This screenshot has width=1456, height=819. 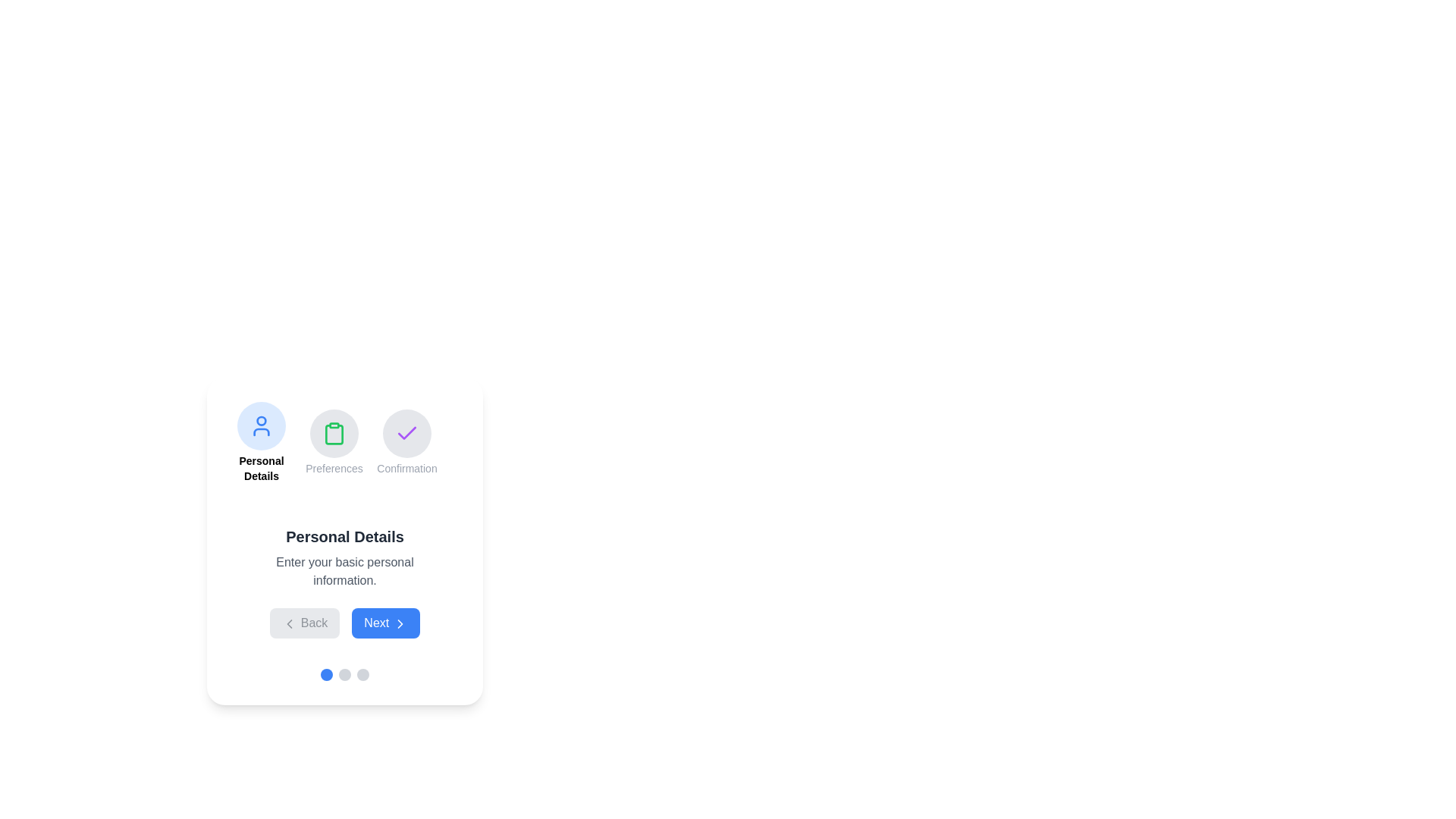 I want to click on the third option of the horizontal step indicator located above the 'Confirmation' label, so click(x=407, y=433).